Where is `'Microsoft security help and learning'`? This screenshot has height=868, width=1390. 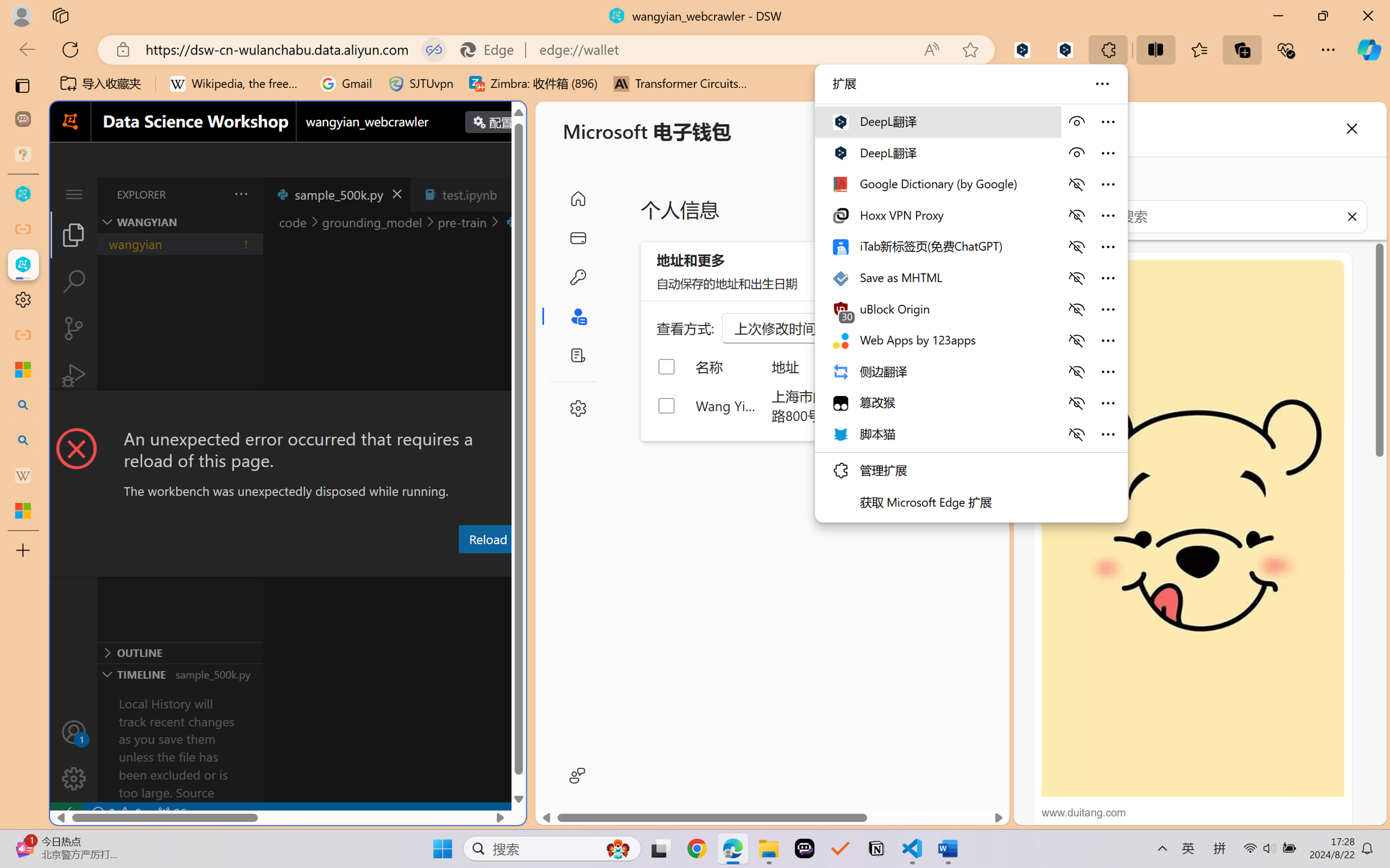
'Microsoft security help and learning' is located at coordinates (22, 369).